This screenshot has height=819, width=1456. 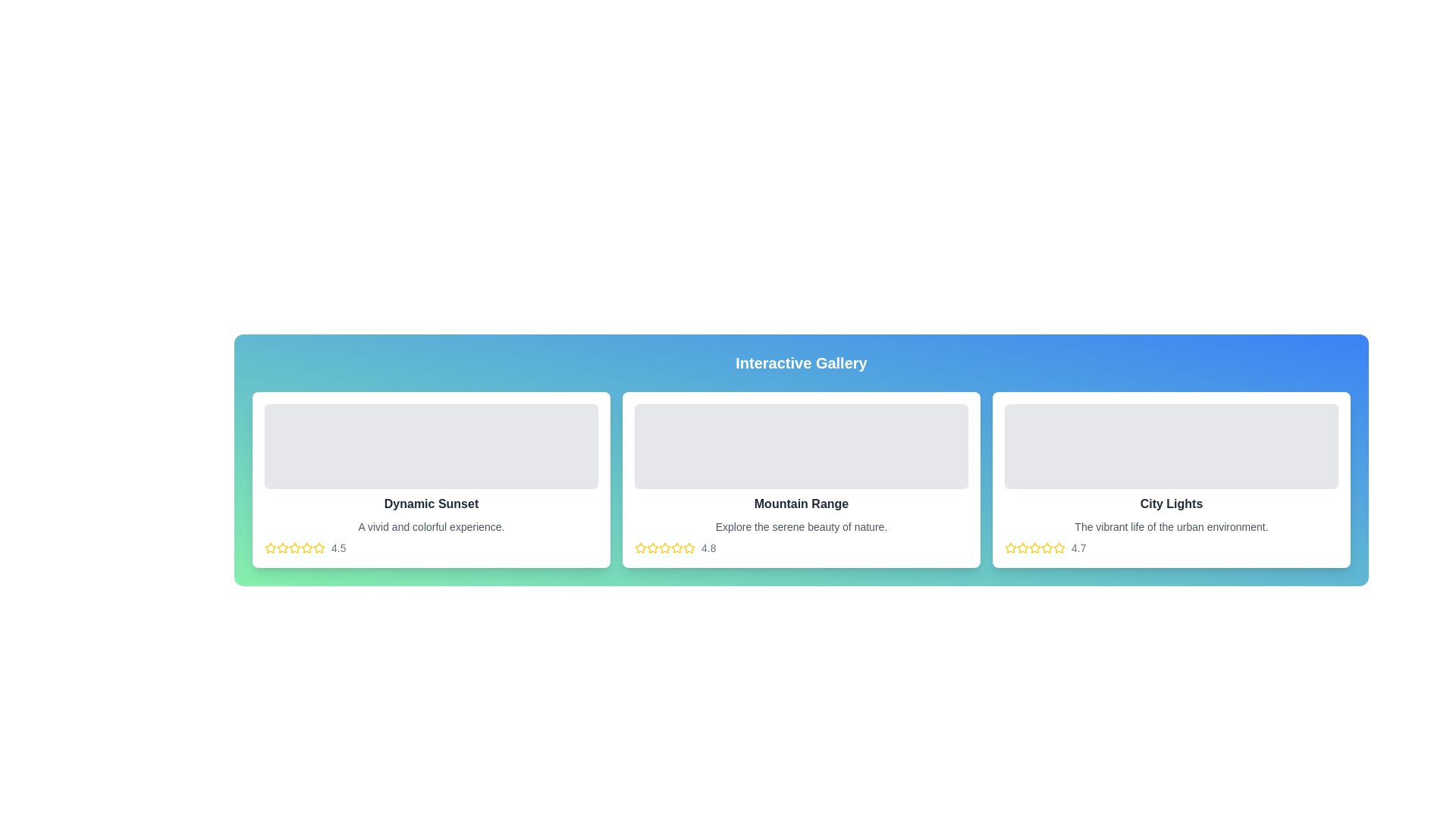 What do you see at coordinates (665, 548) in the screenshot?
I see `the fifth star in the rating system for the 'Mountain Range' card, which is positioned below the card and is directly to the right of the fourth star` at bounding box center [665, 548].